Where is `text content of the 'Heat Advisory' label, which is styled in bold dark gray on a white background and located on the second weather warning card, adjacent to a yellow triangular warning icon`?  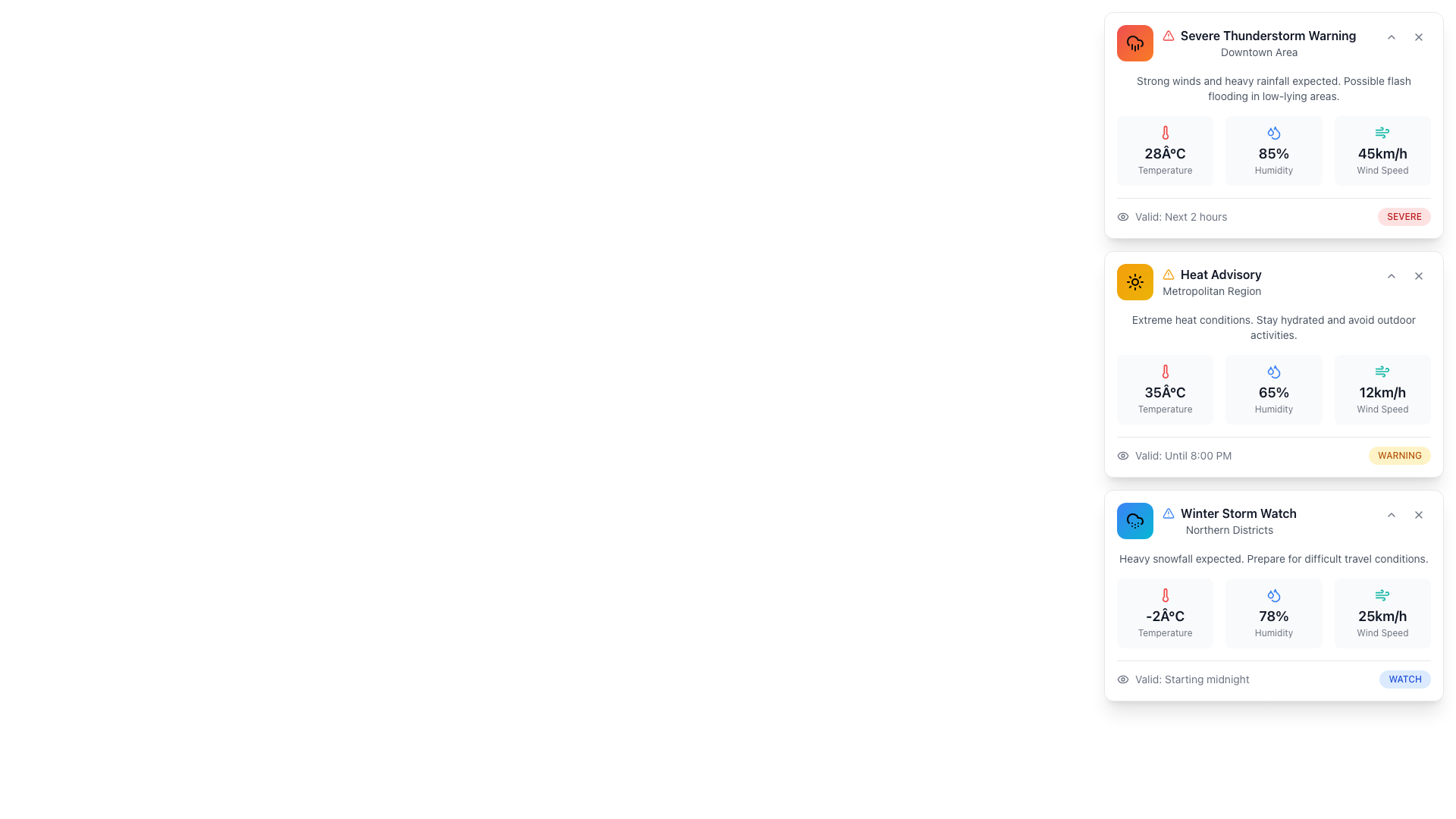
text content of the 'Heat Advisory' label, which is styled in bold dark gray on a white background and located on the second weather warning card, adjacent to a yellow triangular warning icon is located at coordinates (1221, 275).